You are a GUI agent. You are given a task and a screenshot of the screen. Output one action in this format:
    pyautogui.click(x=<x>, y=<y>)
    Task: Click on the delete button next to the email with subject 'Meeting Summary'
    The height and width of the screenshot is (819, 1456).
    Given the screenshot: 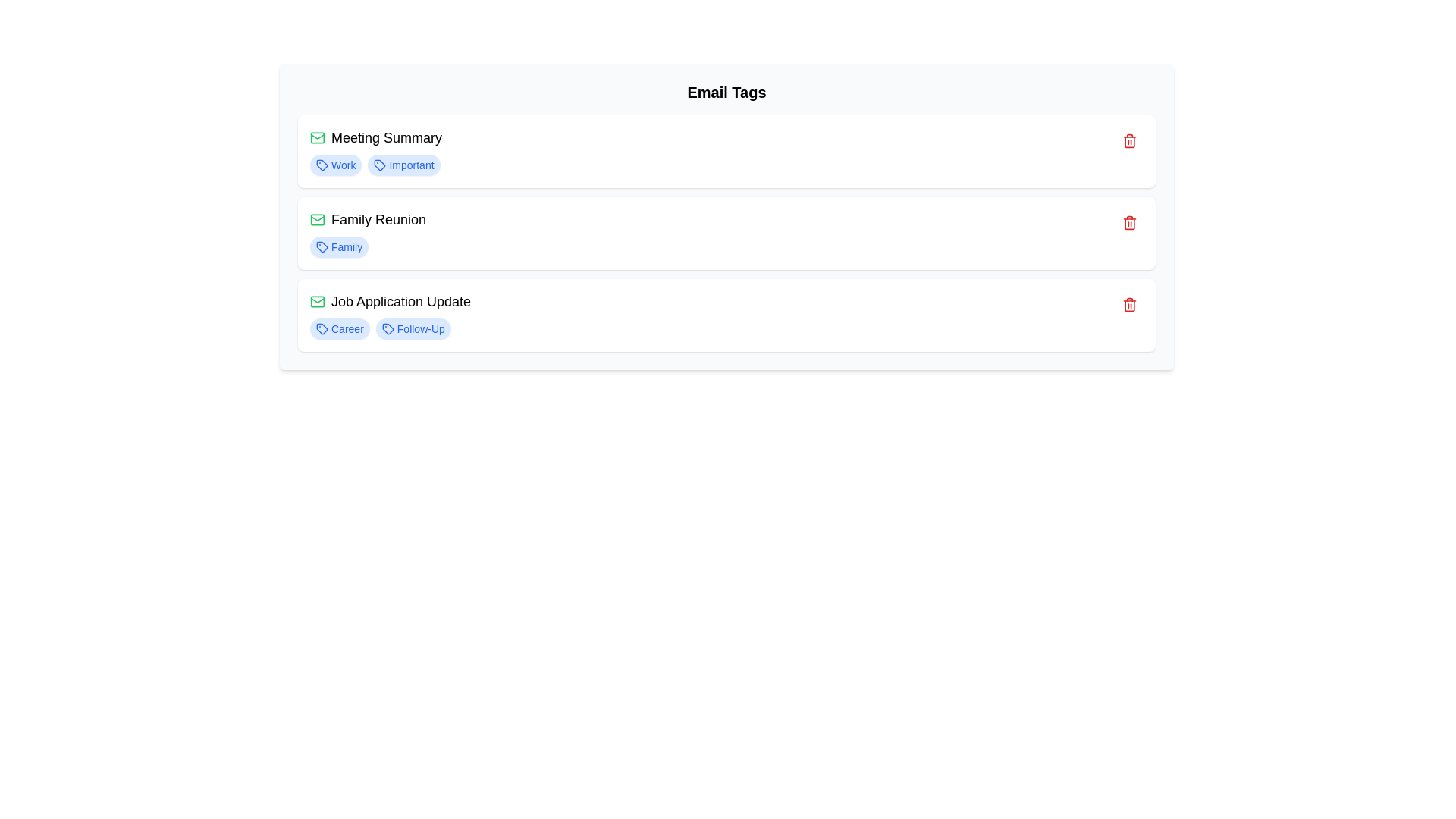 What is the action you would take?
    pyautogui.click(x=1129, y=140)
    